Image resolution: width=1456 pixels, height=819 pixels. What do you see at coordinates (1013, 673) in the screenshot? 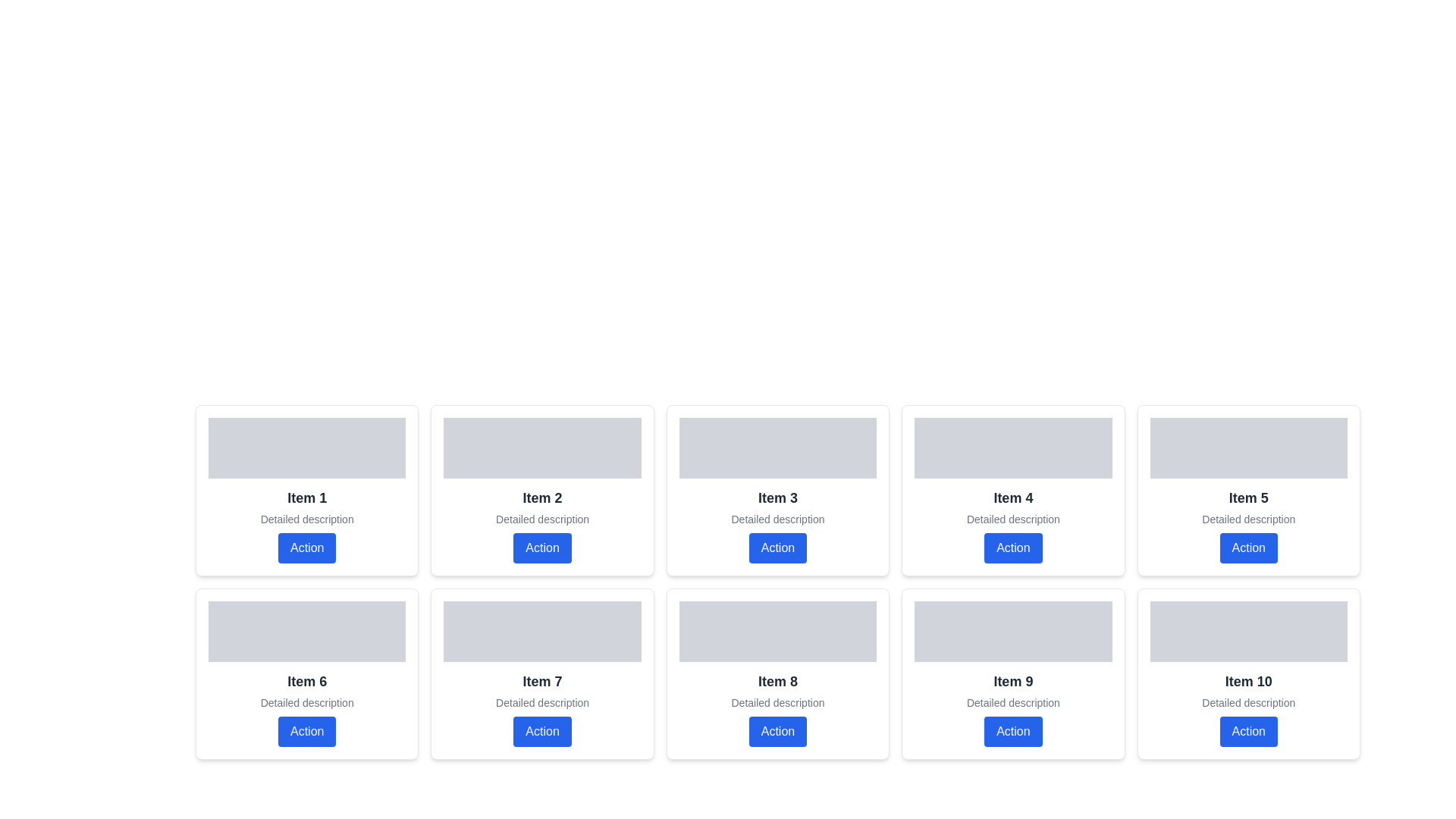
I see `title 'Item 9' and the description 'Detailed description' from the card component with a white background and blue action button located in the second row, fourth column of the grid` at bounding box center [1013, 673].